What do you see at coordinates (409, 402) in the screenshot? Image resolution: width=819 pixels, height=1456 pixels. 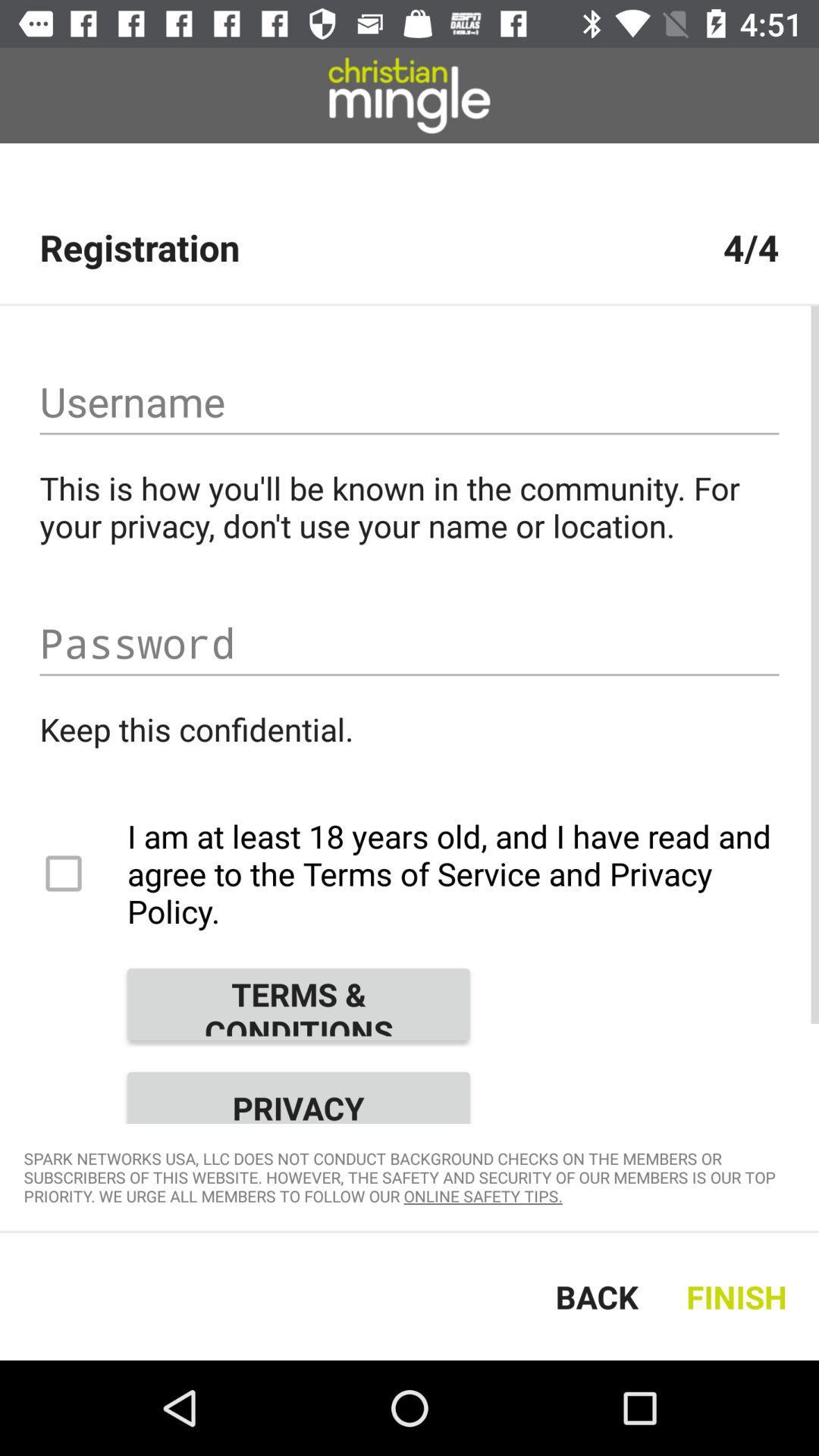 I see `the text box which says username` at bounding box center [409, 402].